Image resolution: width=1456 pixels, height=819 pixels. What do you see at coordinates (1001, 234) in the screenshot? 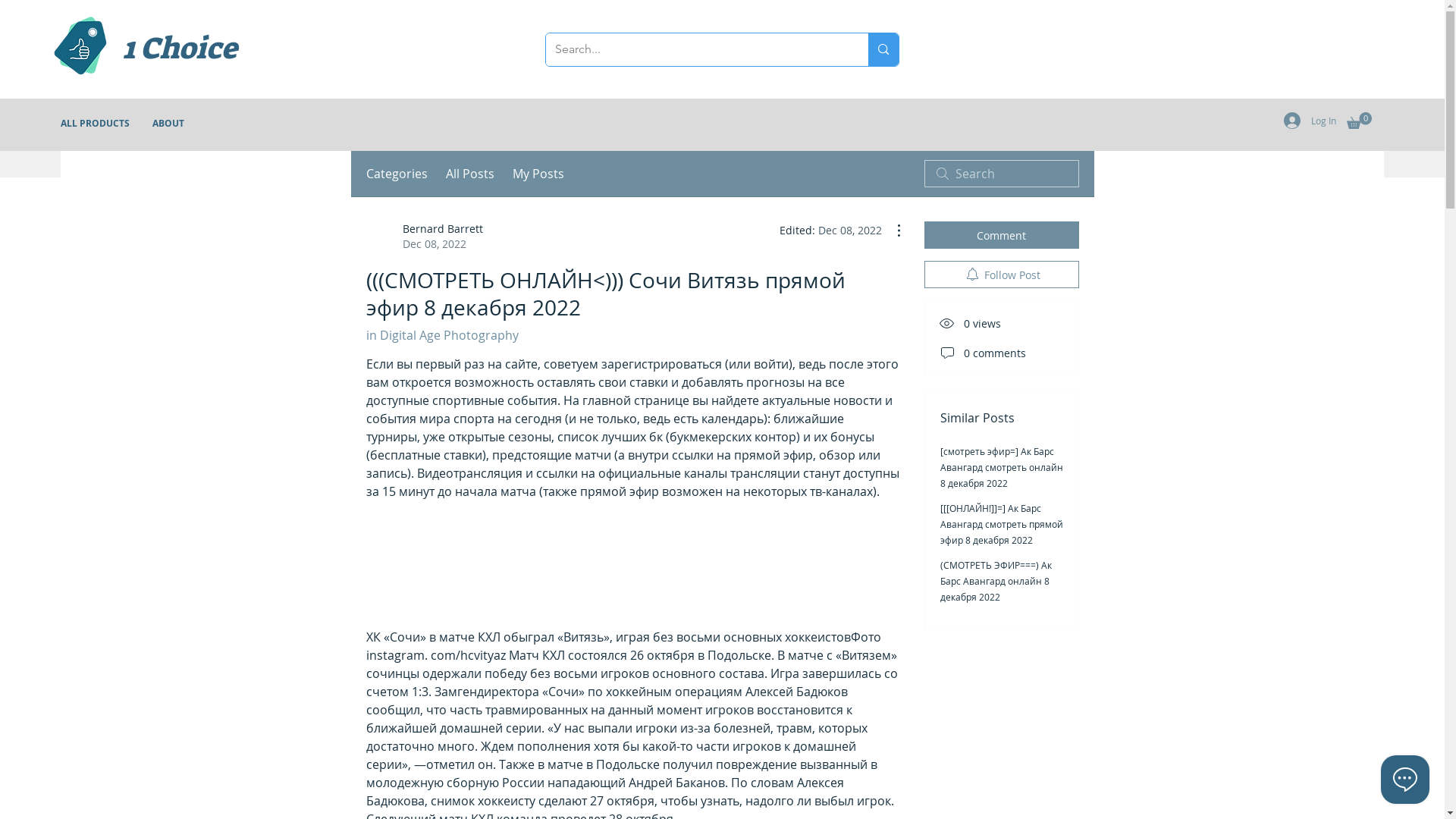
I see `'Comment'` at bounding box center [1001, 234].